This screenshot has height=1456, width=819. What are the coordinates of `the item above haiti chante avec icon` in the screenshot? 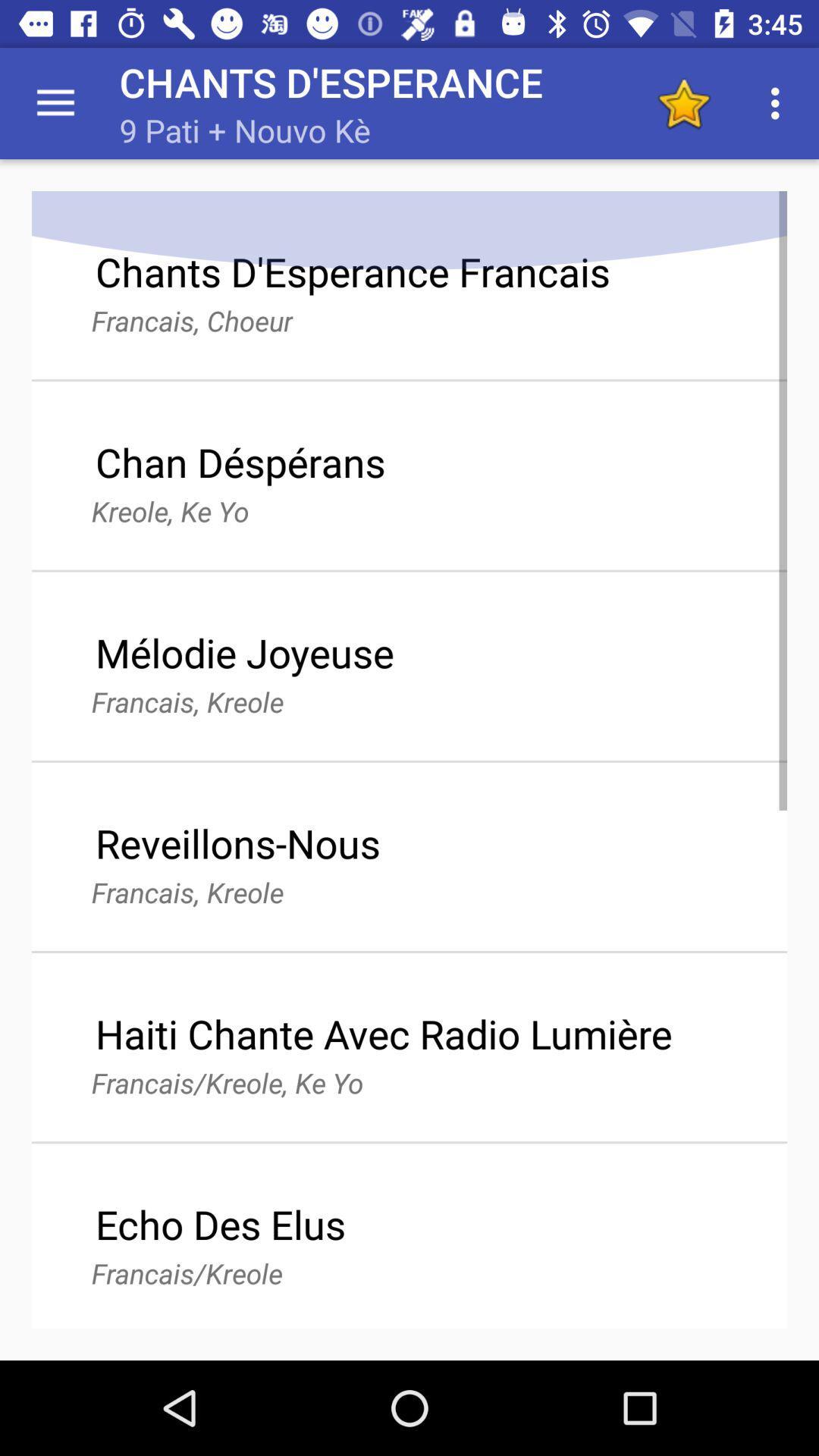 It's located at (683, 102).